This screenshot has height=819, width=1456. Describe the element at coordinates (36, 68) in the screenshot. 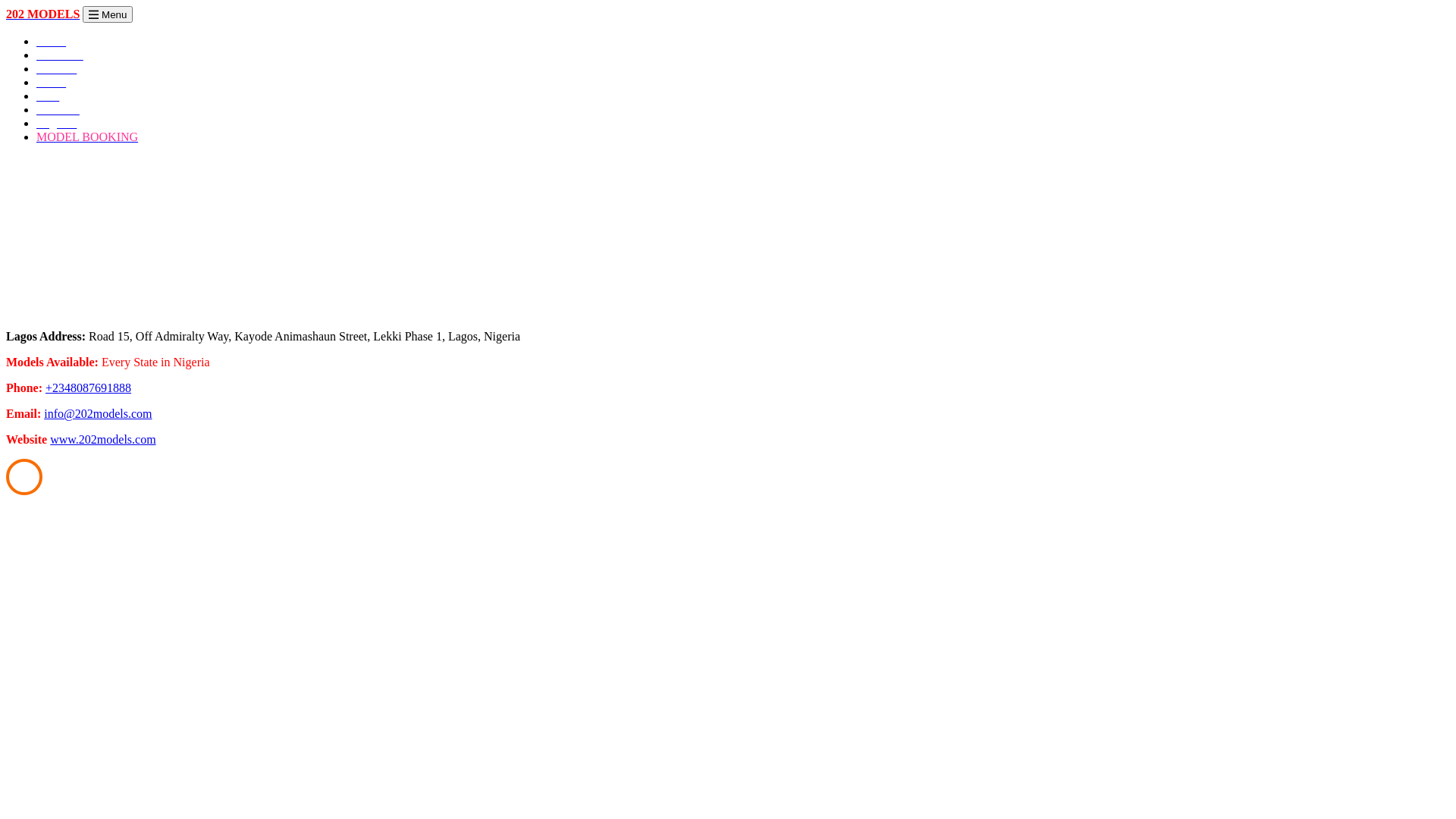

I see `'Females'` at that location.